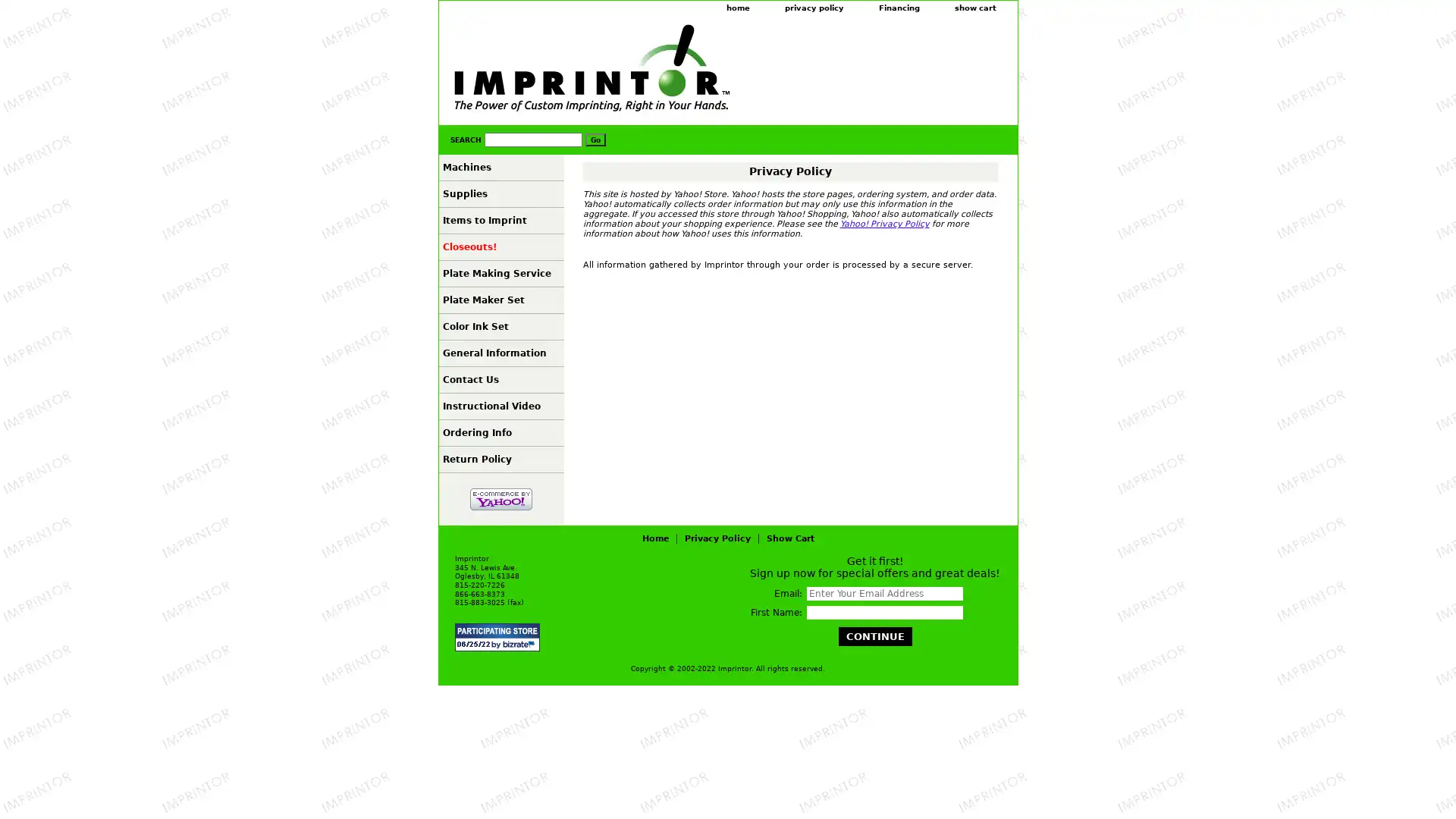  I want to click on Continue, so click(874, 636).